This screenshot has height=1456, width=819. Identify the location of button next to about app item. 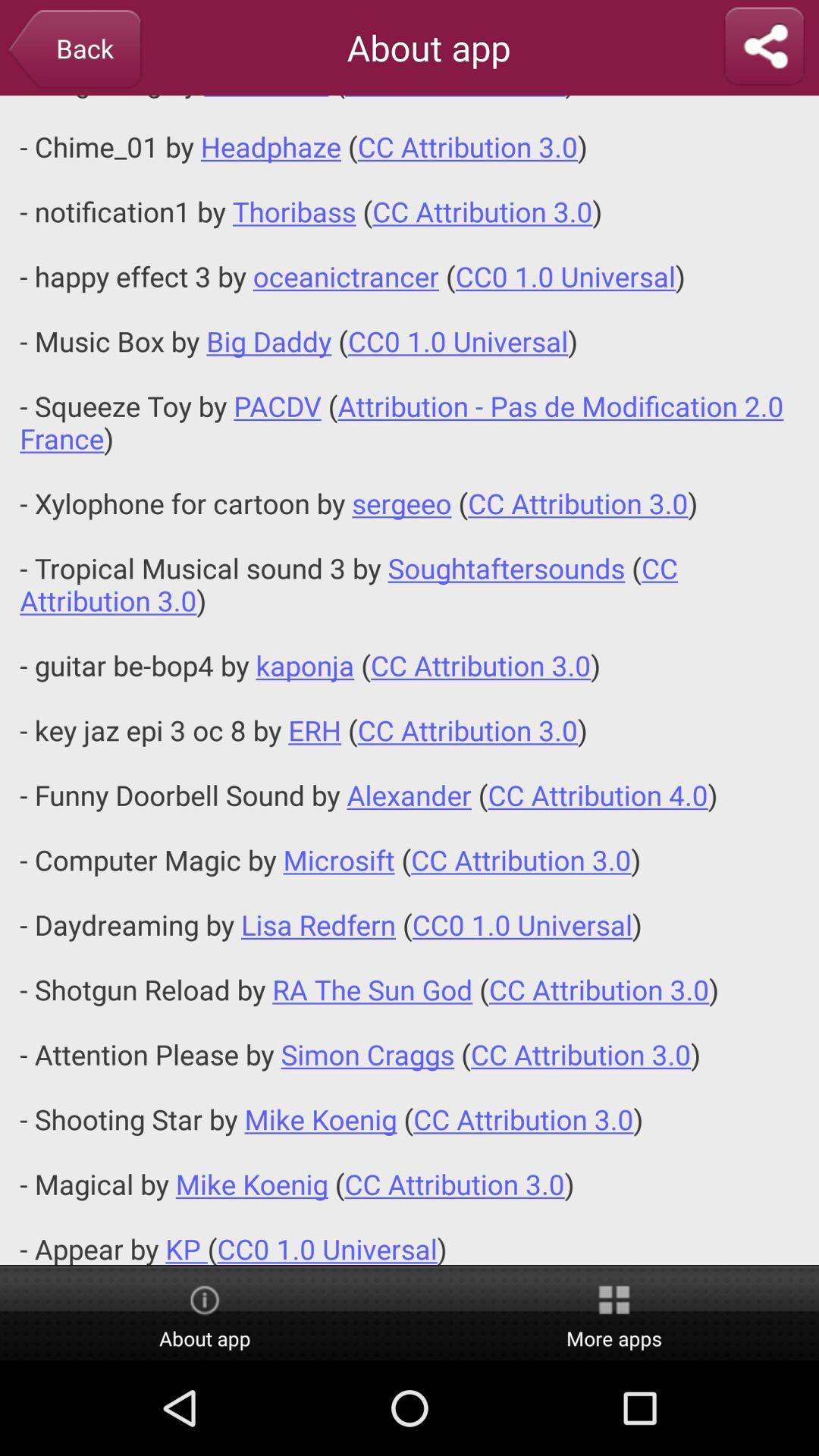
(614, 1313).